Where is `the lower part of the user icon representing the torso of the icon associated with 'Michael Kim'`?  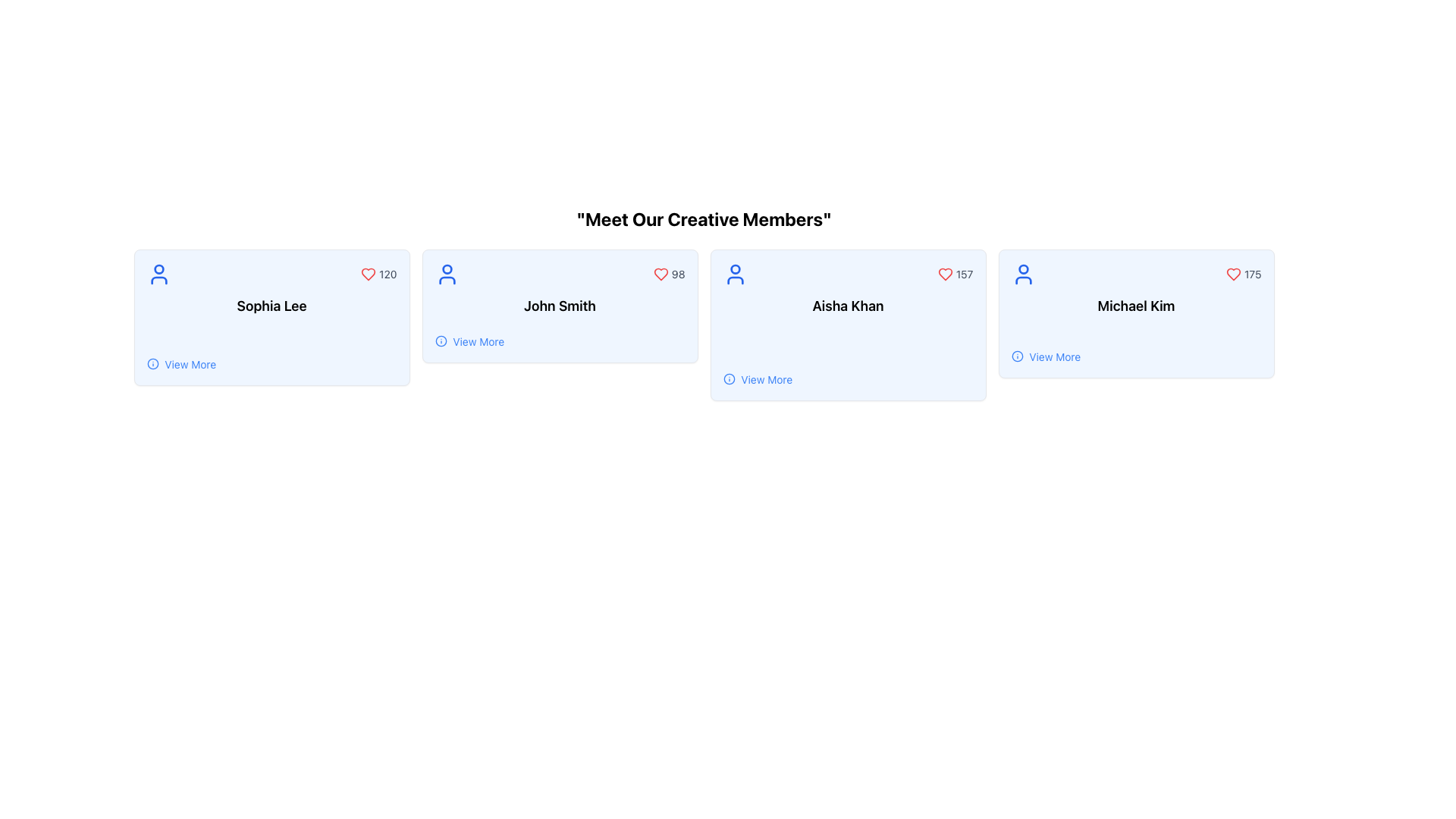
the lower part of the user icon representing the torso of the icon associated with 'Michael Kim' is located at coordinates (1023, 281).